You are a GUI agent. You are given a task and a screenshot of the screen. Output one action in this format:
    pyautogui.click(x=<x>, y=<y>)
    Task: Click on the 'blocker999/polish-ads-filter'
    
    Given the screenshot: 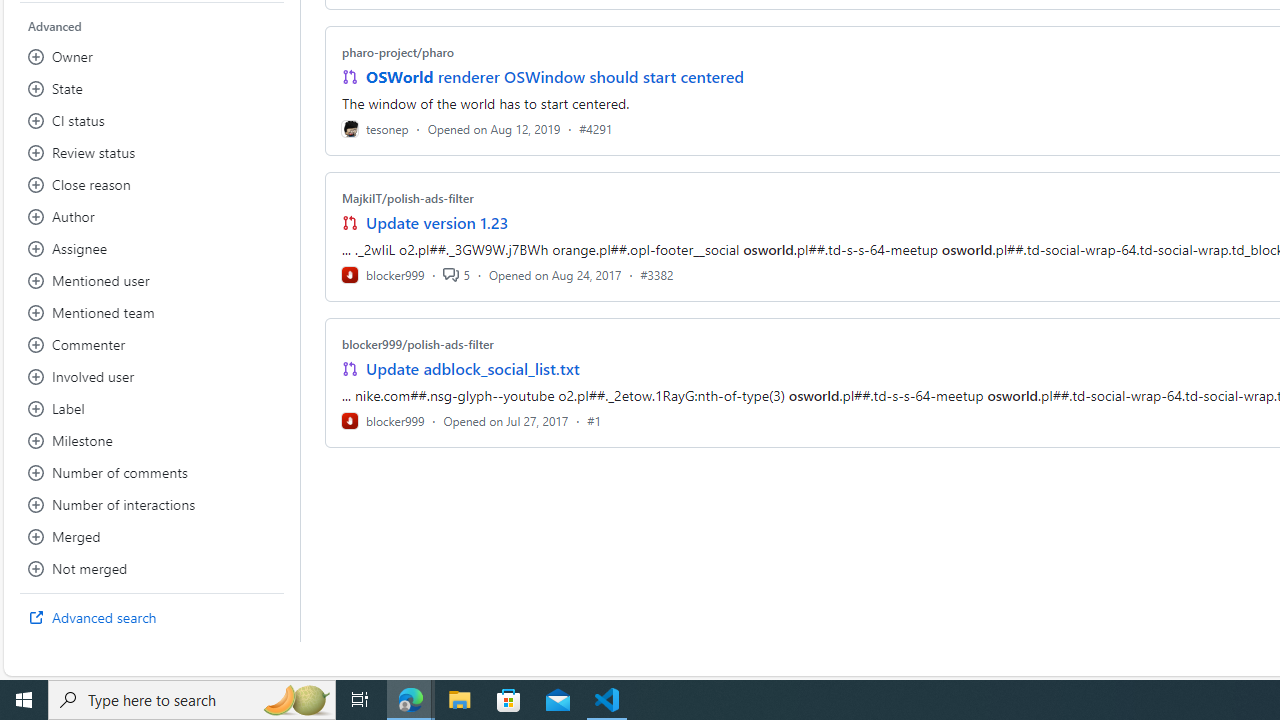 What is the action you would take?
    pyautogui.click(x=416, y=342)
    